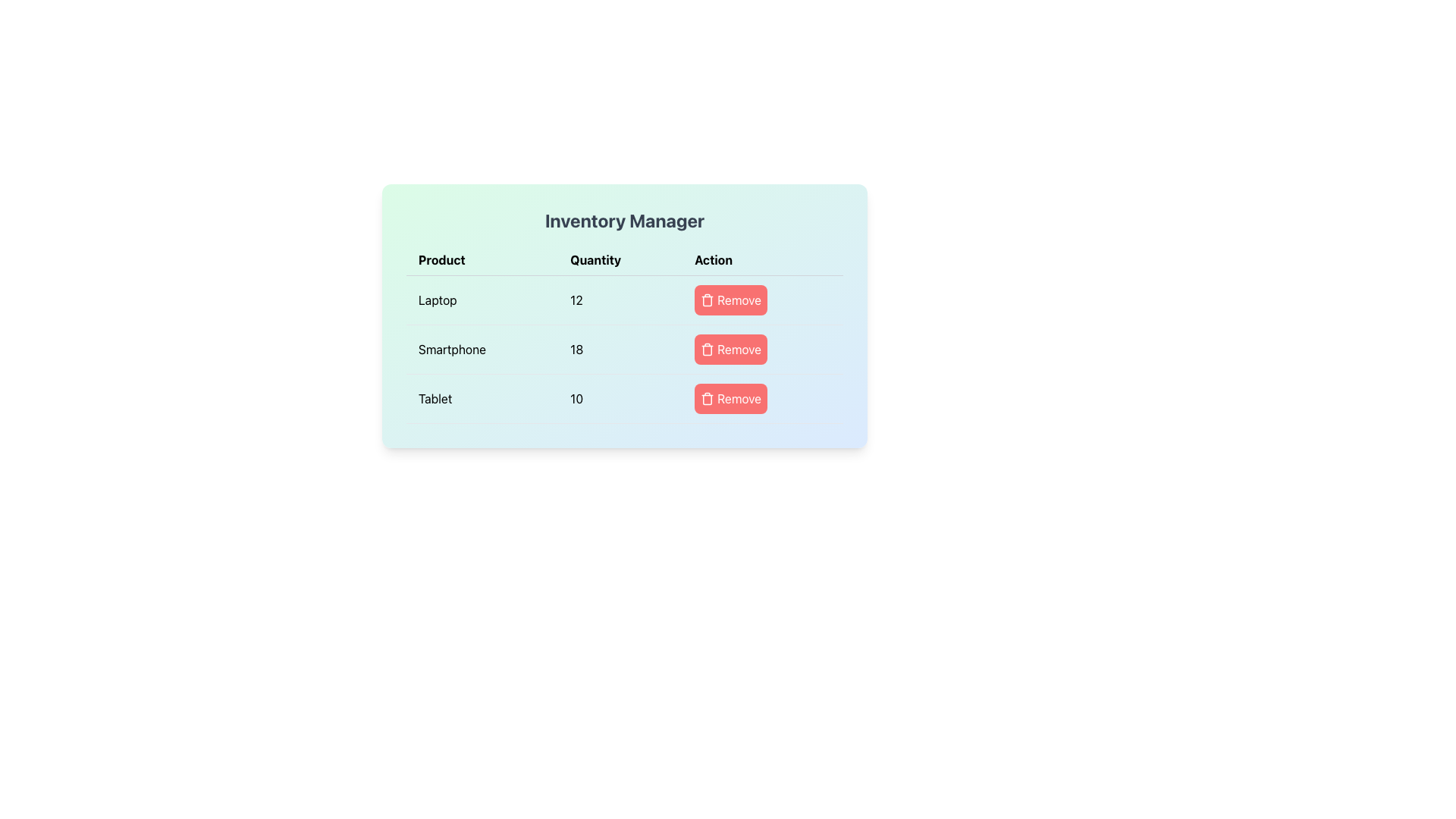 The image size is (1456, 819). What do you see at coordinates (731, 350) in the screenshot?
I see `the second button in the 'Action' column that allows users to remove the 'Smartphone' item from the inventory list to change its background color` at bounding box center [731, 350].